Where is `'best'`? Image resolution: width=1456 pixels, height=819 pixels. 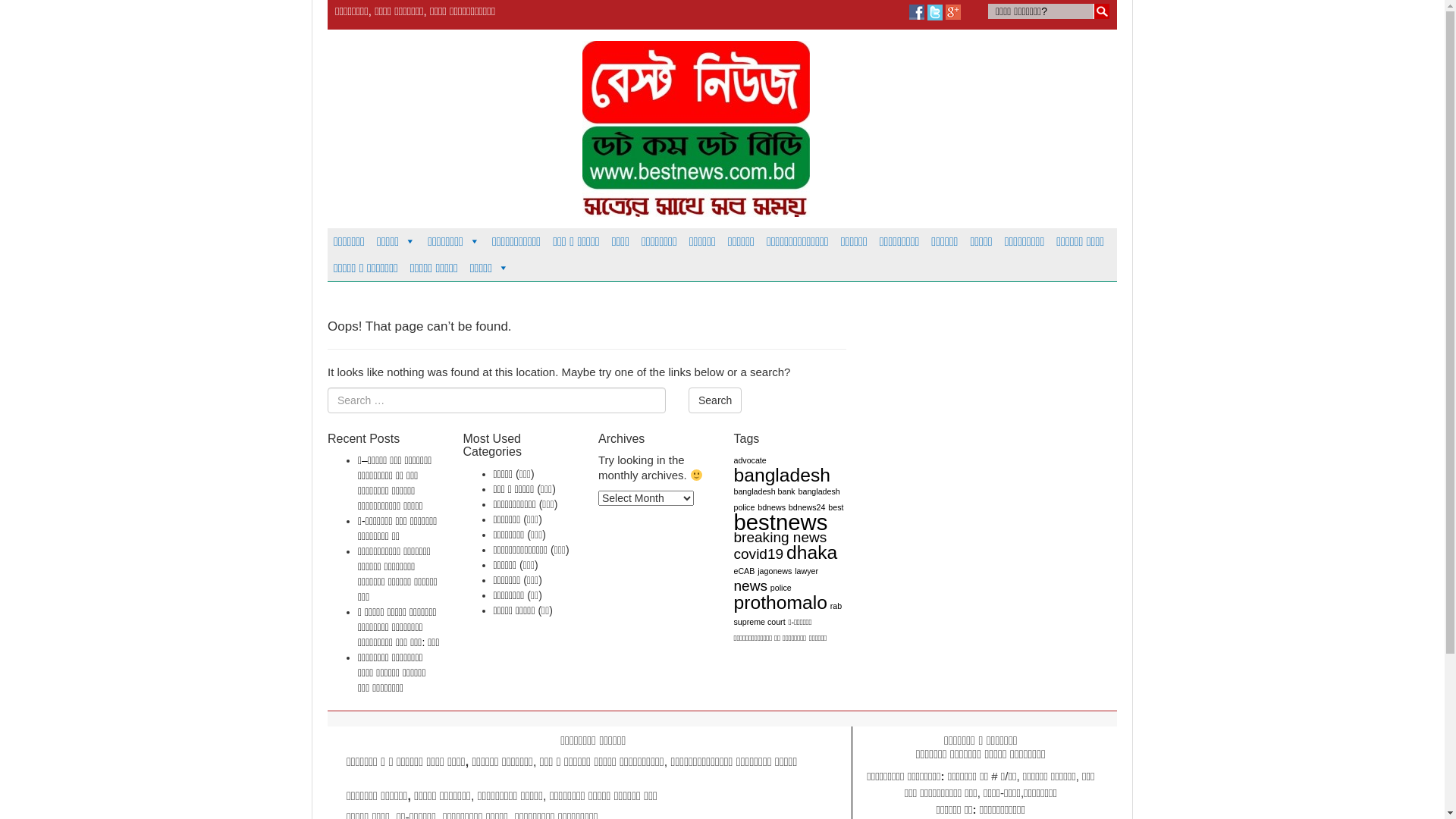
'best' is located at coordinates (827, 507).